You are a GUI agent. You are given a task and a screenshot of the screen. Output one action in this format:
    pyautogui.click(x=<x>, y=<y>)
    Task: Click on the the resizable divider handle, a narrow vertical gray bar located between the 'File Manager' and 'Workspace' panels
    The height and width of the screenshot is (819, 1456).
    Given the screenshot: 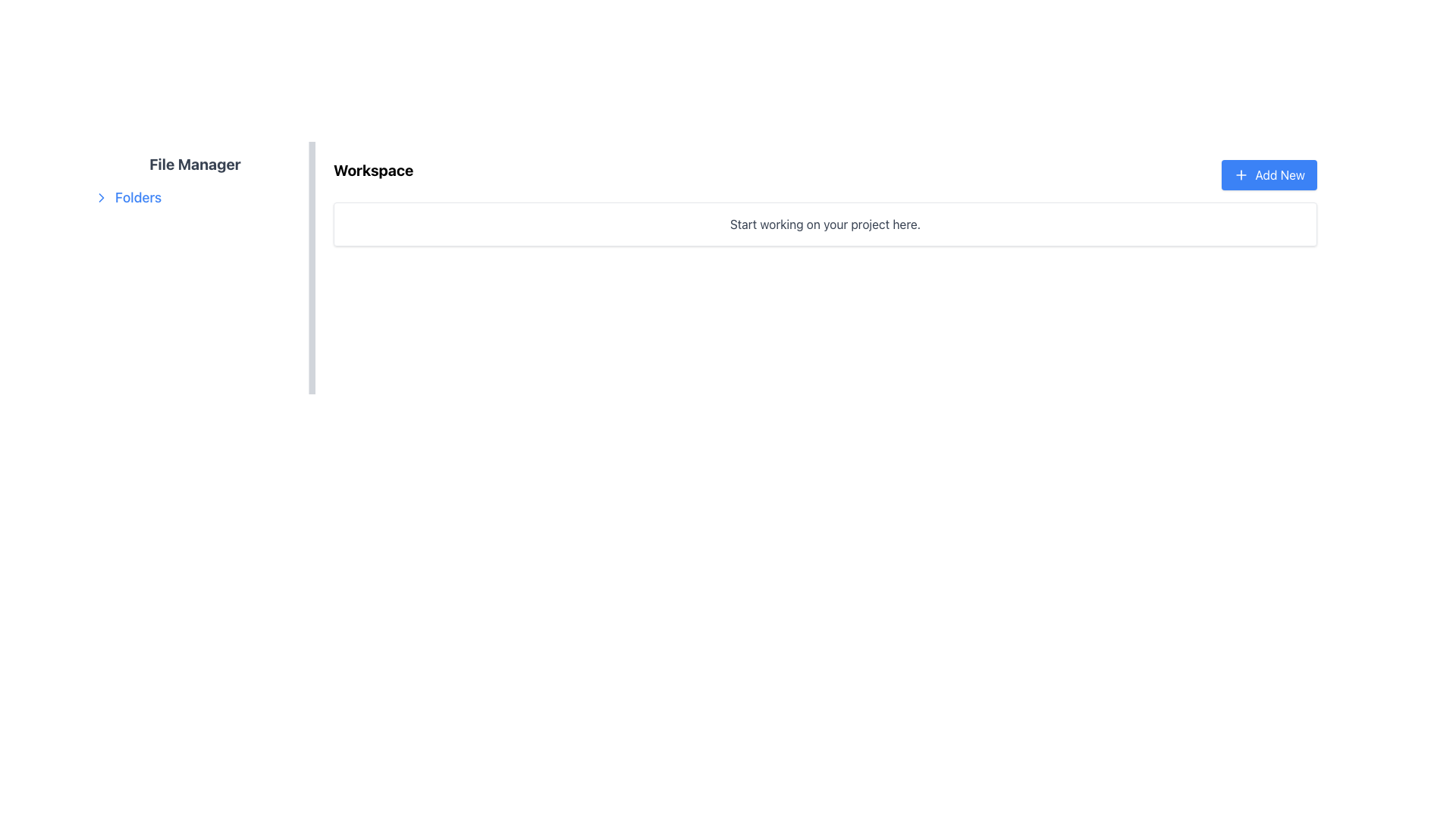 What is the action you would take?
    pyautogui.click(x=312, y=369)
    